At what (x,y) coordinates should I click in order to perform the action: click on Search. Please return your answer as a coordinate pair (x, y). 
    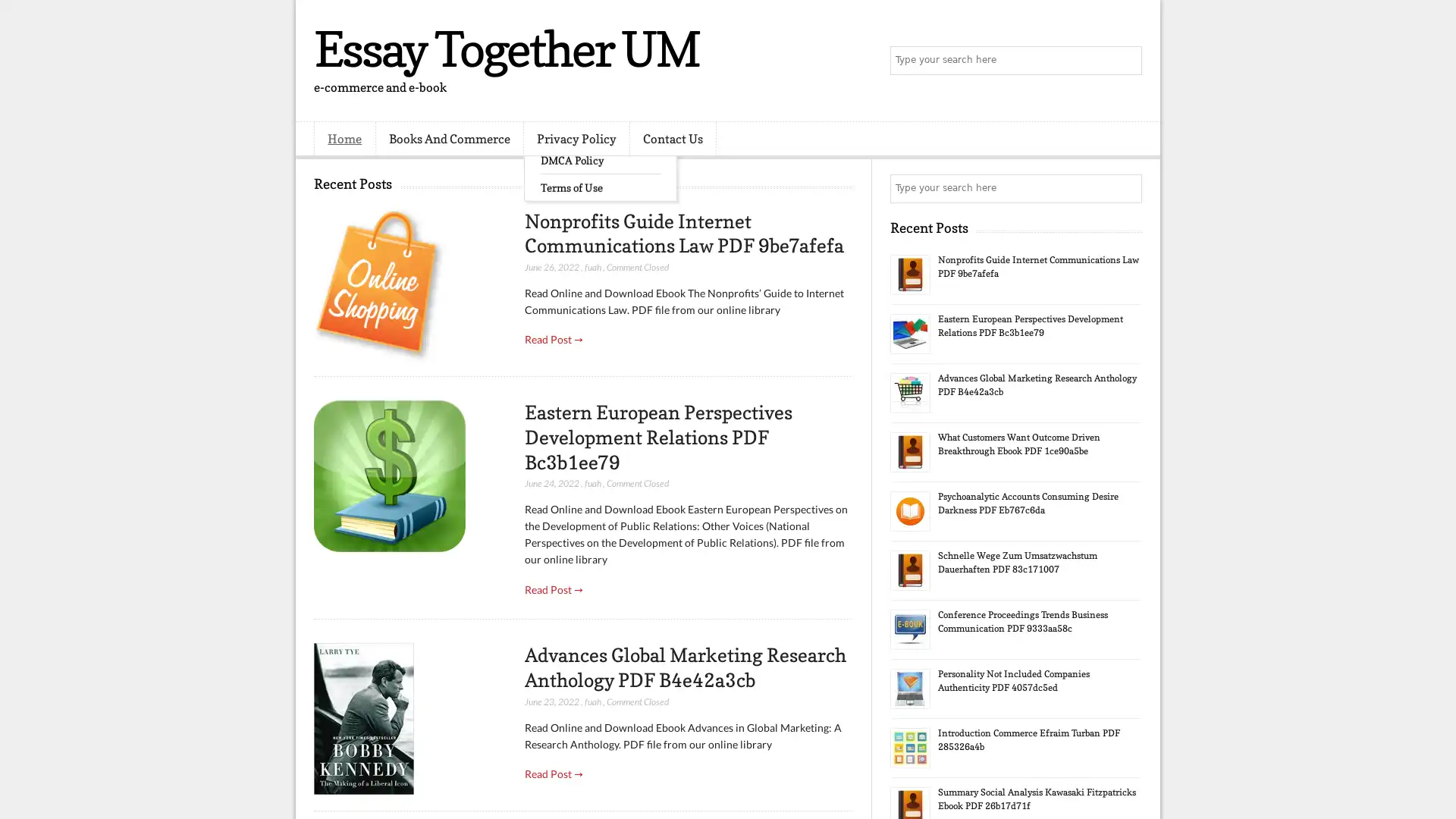
    Looking at the image, I should click on (1126, 188).